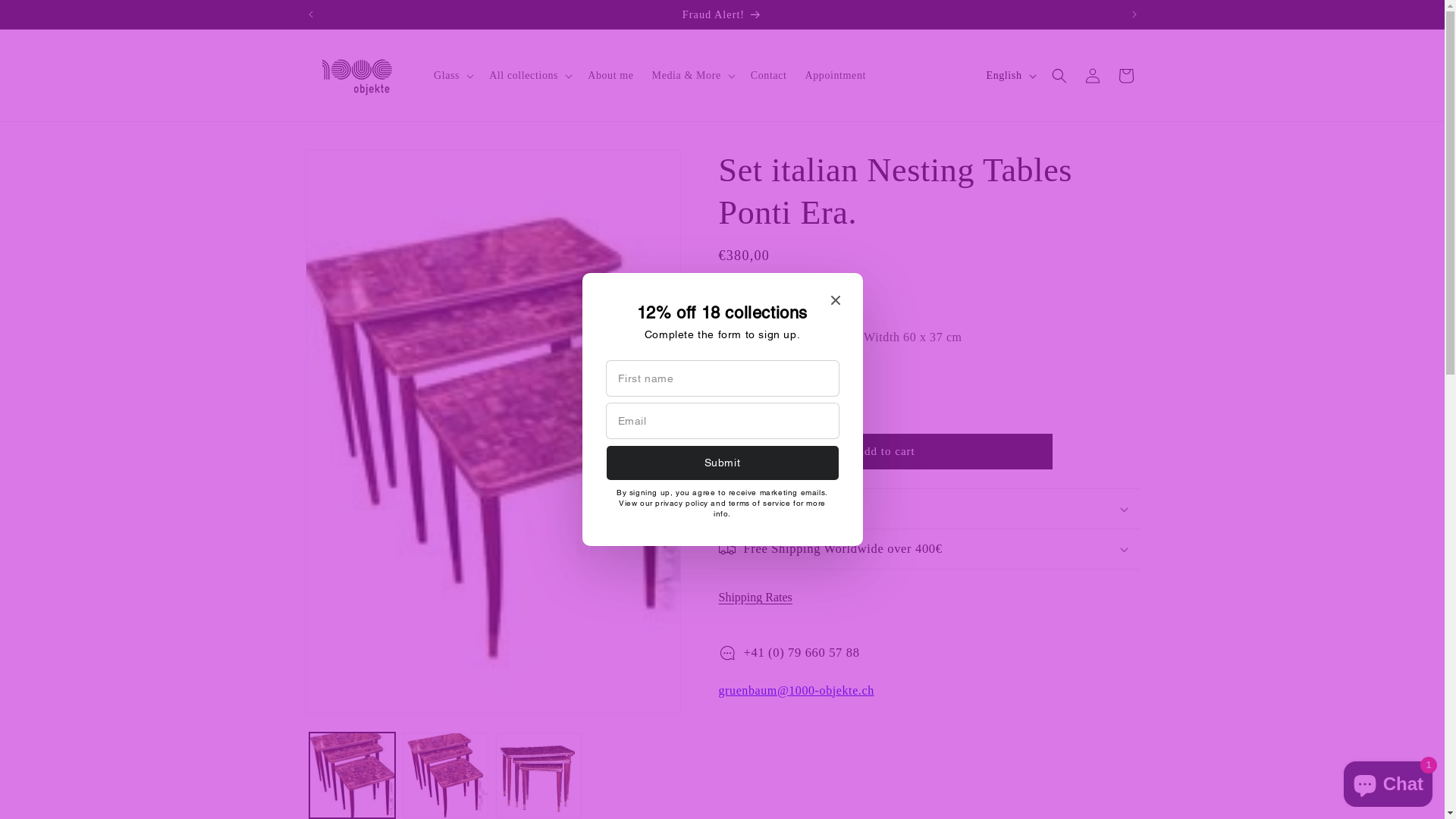 The width and height of the screenshot is (1456, 819). What do you see at coordinates (795, 76) in the screenshot?
I see `'Appointment'` at bounding box center [795, 76].